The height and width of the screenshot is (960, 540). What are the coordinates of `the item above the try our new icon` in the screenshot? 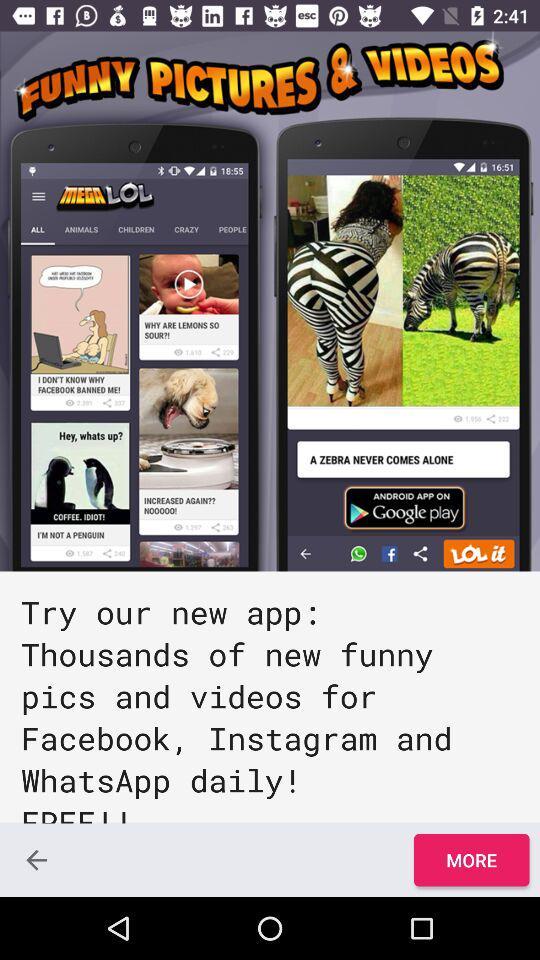 It's located at (270, 301).